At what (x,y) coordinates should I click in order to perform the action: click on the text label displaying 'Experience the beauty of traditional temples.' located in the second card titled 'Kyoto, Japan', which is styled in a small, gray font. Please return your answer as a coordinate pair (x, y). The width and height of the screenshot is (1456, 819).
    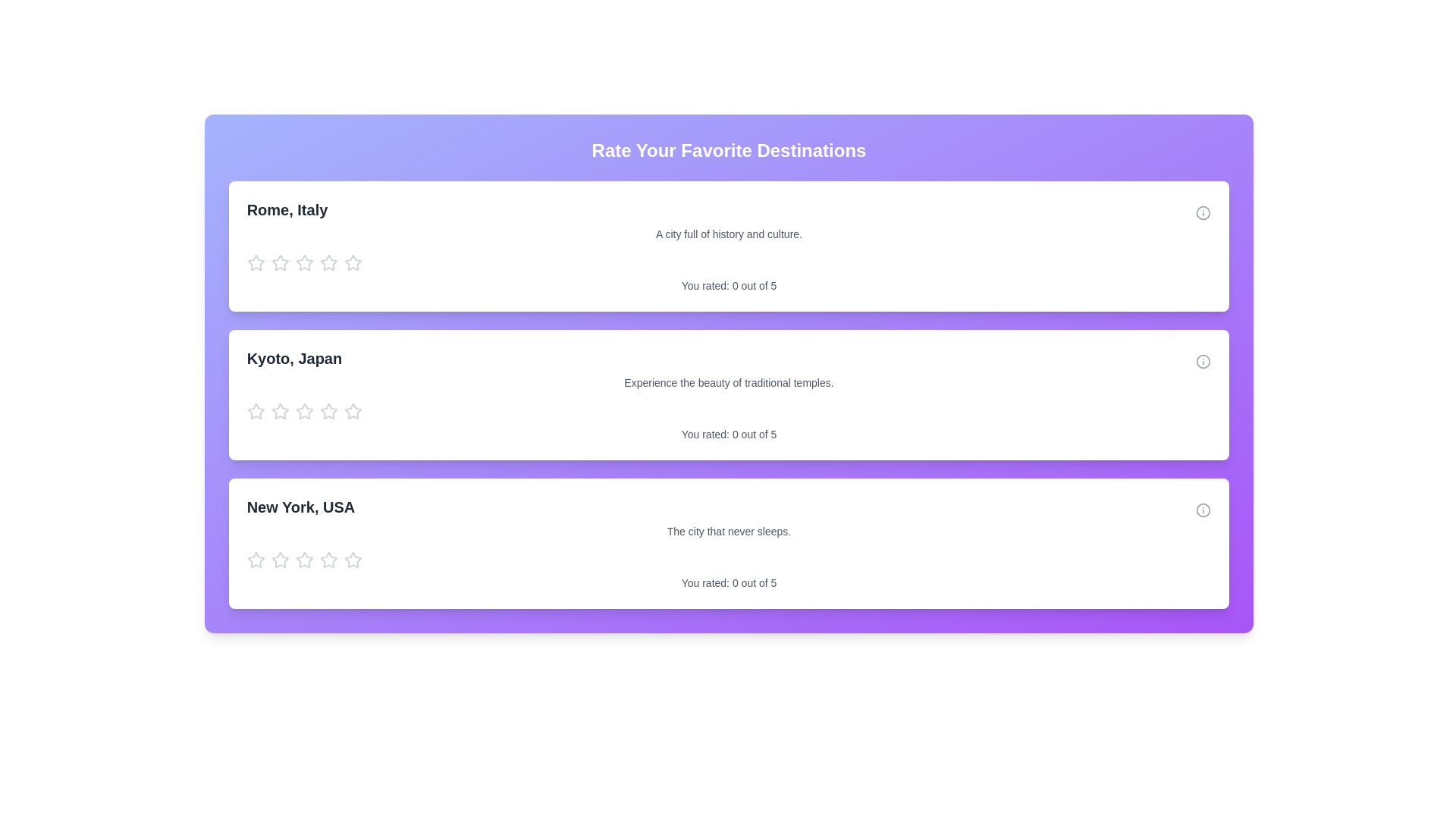
    Looking at the image, I should click on (729, 382).